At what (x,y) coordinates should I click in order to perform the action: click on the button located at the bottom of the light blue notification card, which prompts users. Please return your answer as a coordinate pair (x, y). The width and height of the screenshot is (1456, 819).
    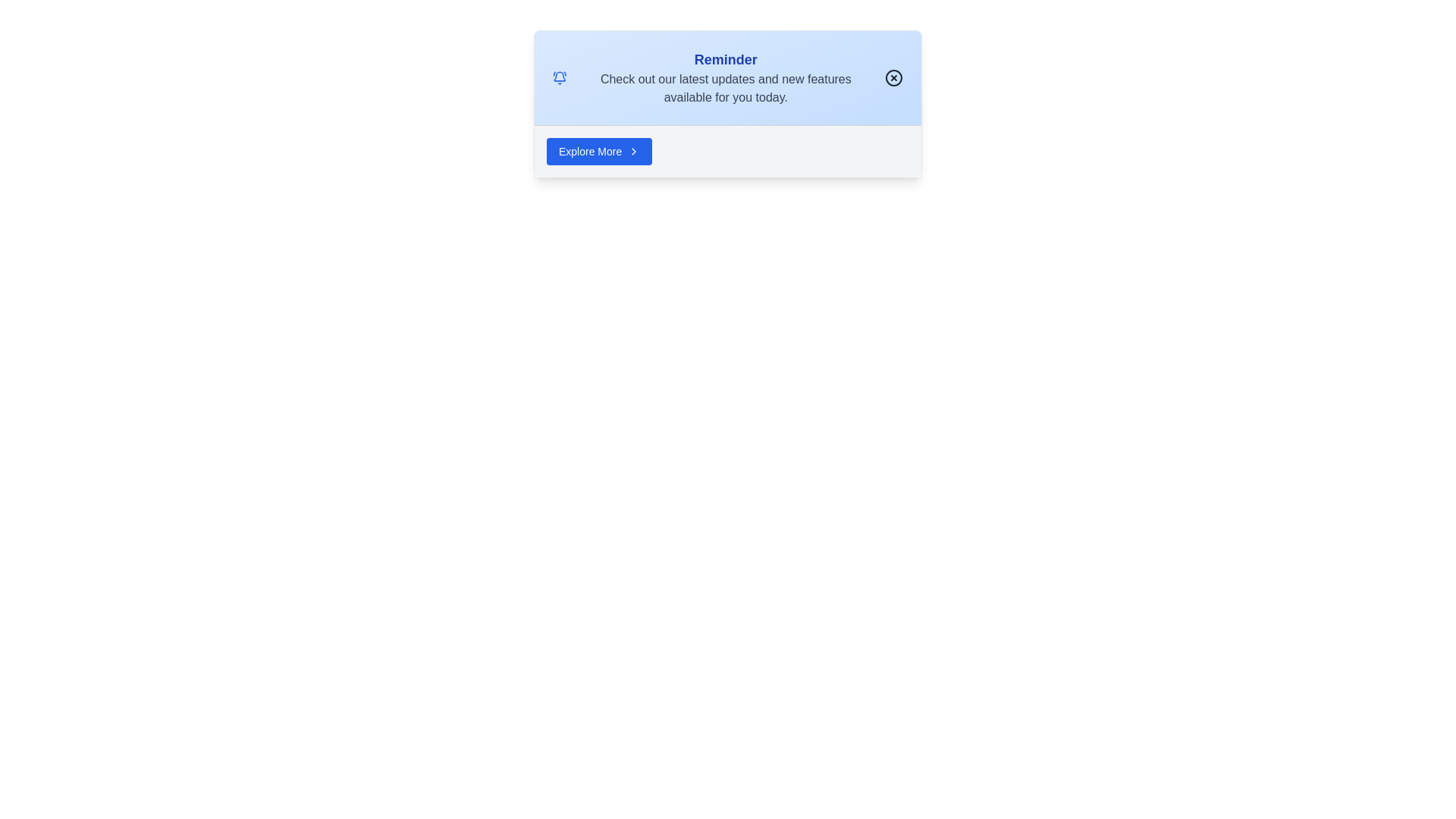
    Looking at the image, I should click on (598, 152).